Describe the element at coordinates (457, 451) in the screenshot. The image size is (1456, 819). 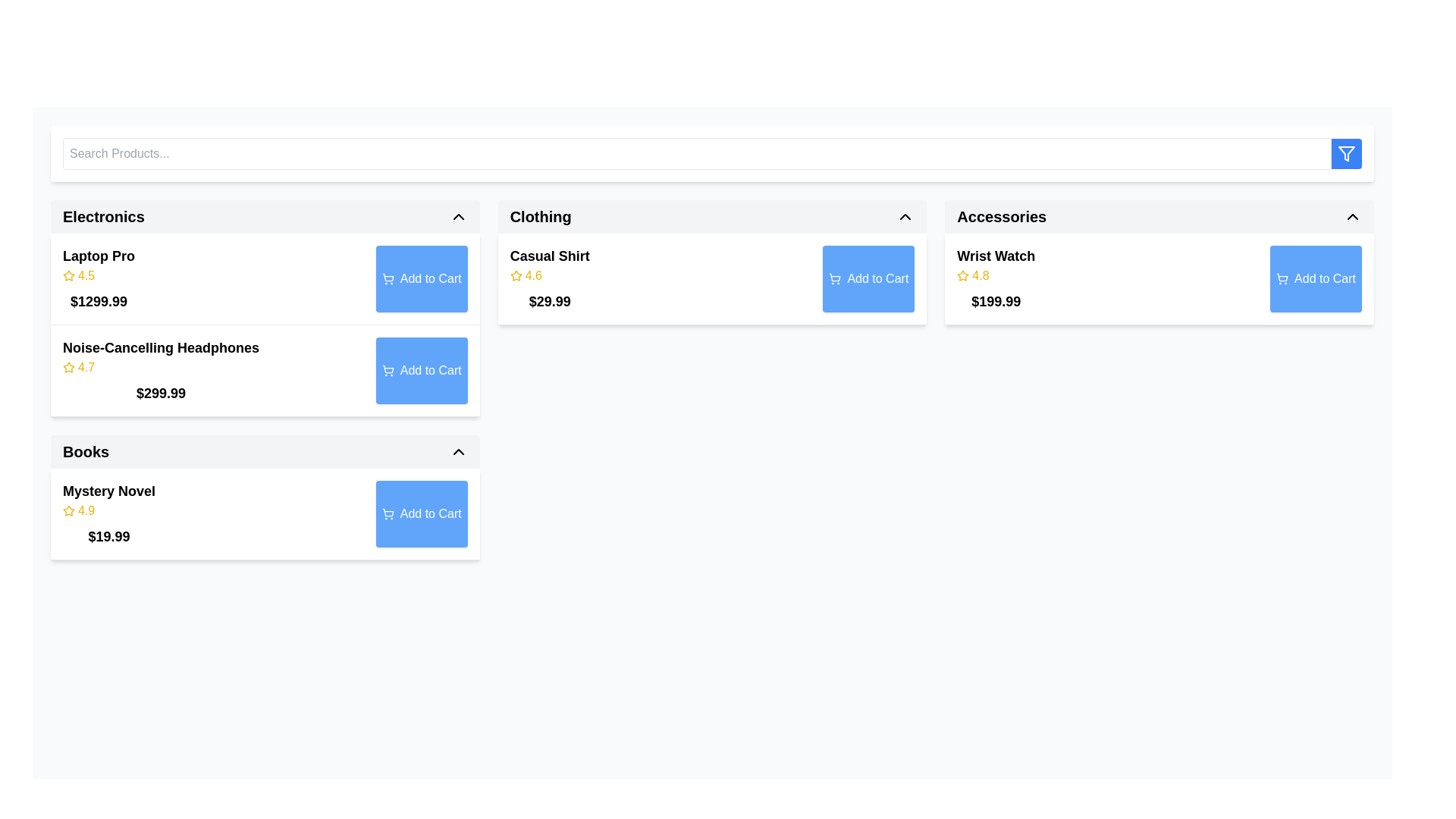
I see `the chevron icon button in the 'Books' section header to get context for its functionality` at that location.